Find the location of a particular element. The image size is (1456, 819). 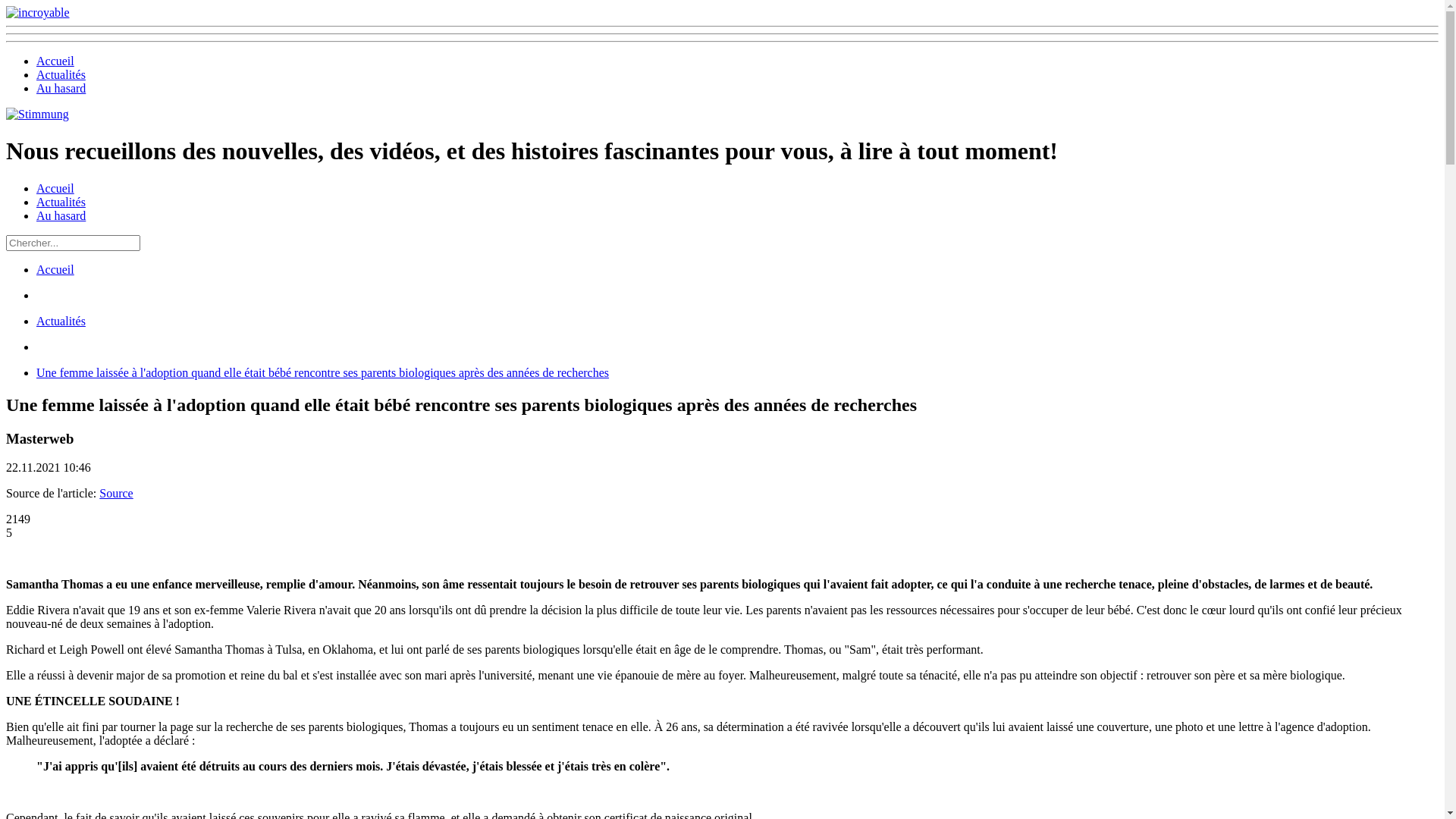

'Au hasard' is located at coordinates (61, 215).